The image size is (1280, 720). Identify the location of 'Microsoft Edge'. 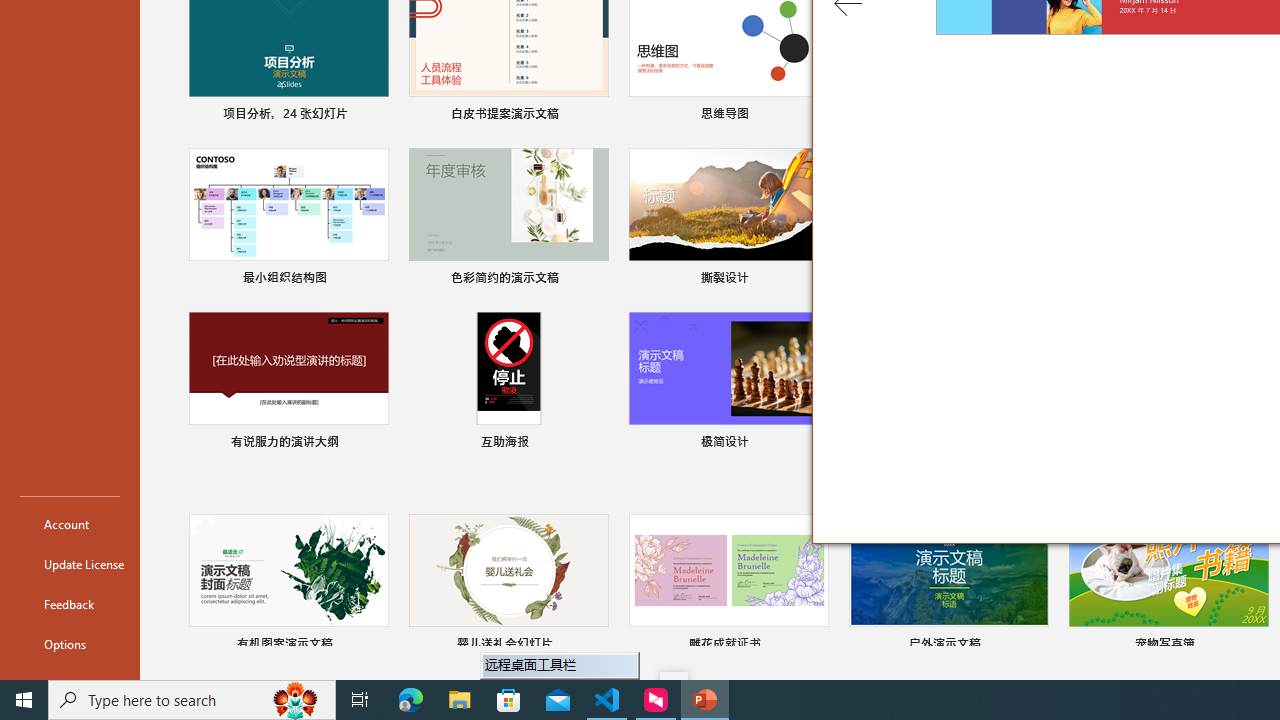
(410, 698).